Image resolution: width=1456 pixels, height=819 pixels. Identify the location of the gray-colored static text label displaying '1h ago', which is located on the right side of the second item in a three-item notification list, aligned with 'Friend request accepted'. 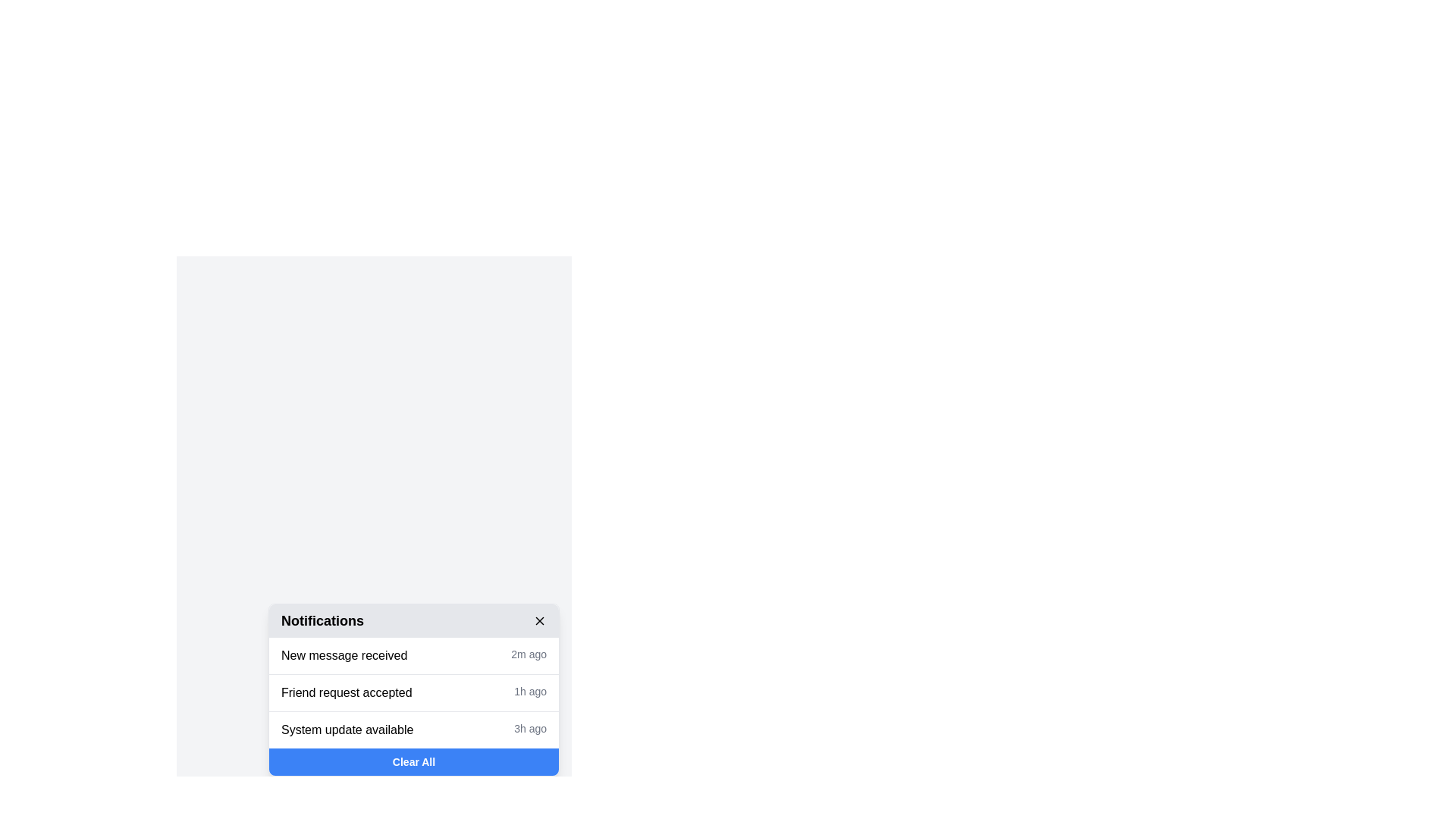
(530, 693).